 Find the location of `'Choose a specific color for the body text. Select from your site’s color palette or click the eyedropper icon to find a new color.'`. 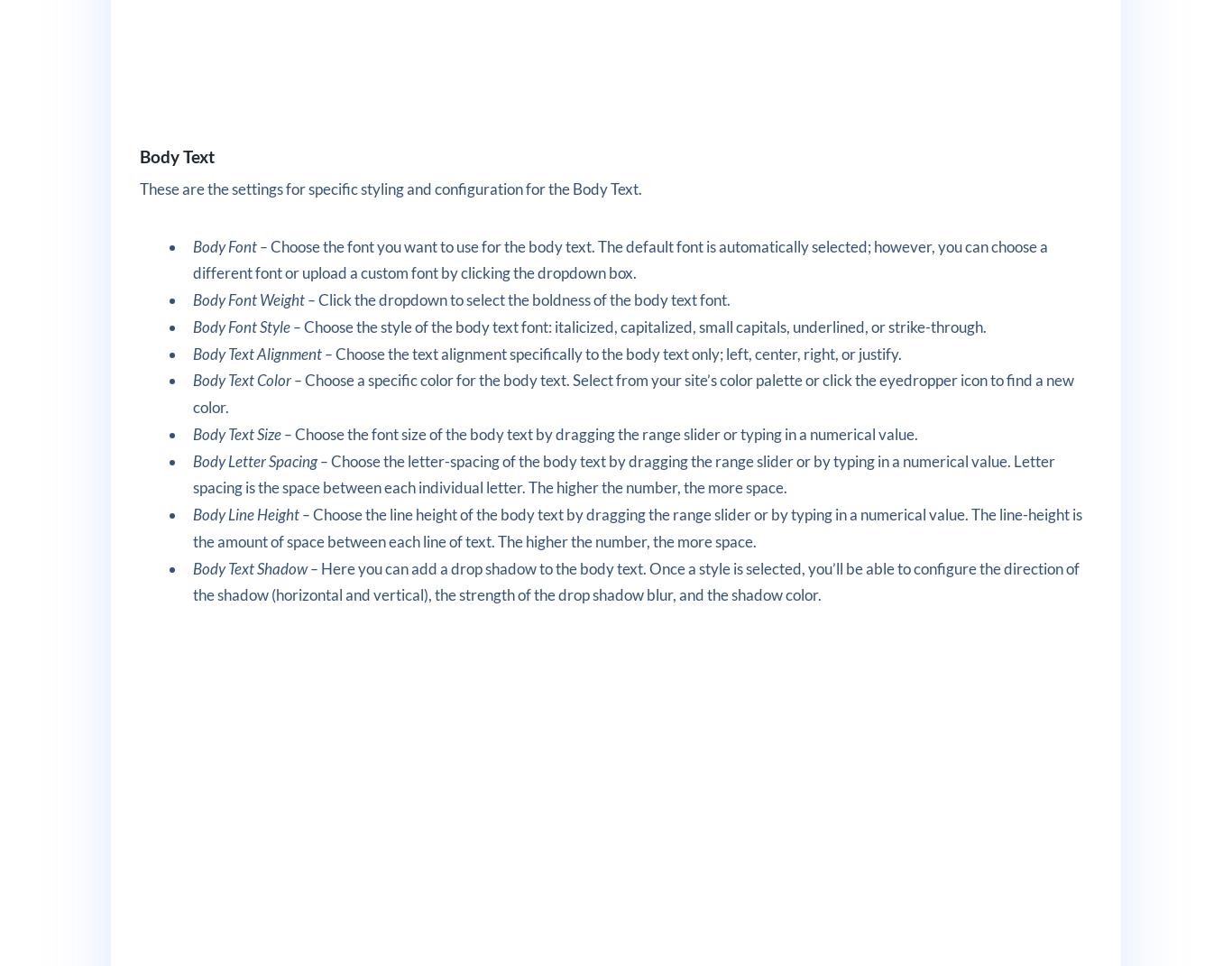

'Choose a specific color for the body text. Select from your site’s color palette or click the eyedropper icon to find a new color.' is located at coordinates (633, 393).